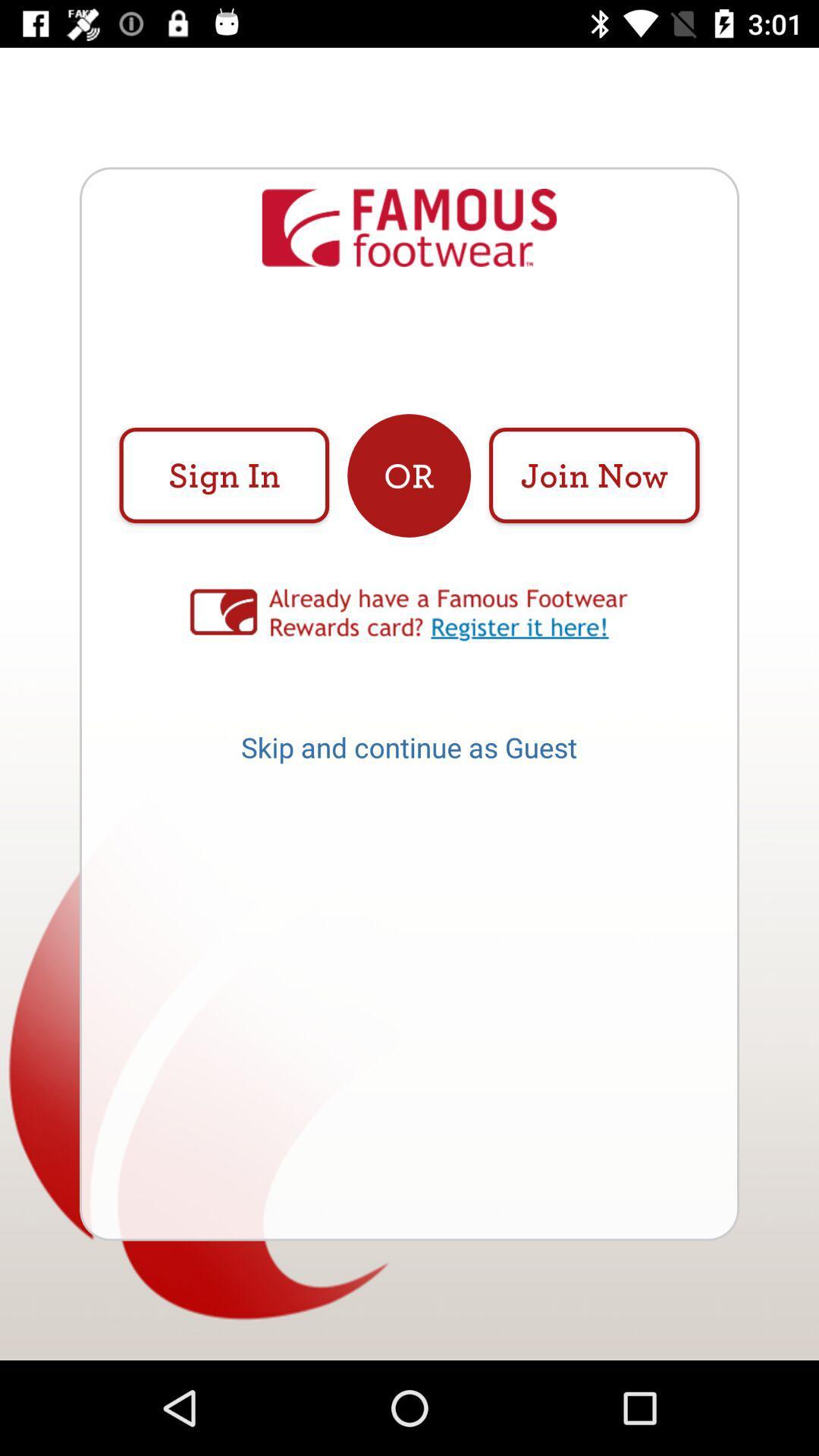 The image size is (819, 1456). Describe the element at coordinates (224, 475) in the screenshot. I see `item to the left of the or item` at that location.